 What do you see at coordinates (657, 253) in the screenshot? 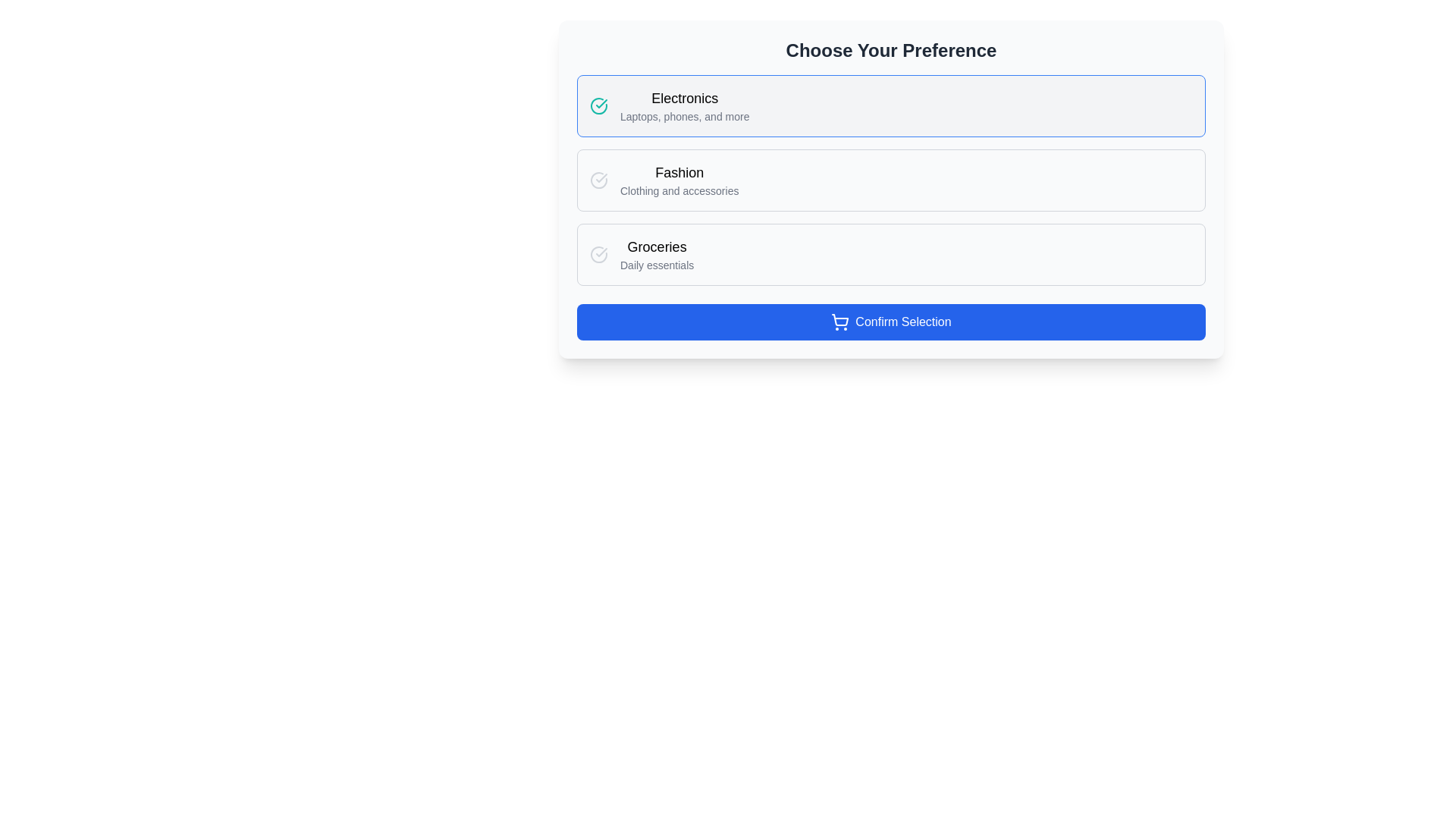
I see `the text label element labeled 'Groceries', which is part of a selectable card in the preference-selection interface` at bounding box center [657, 253].